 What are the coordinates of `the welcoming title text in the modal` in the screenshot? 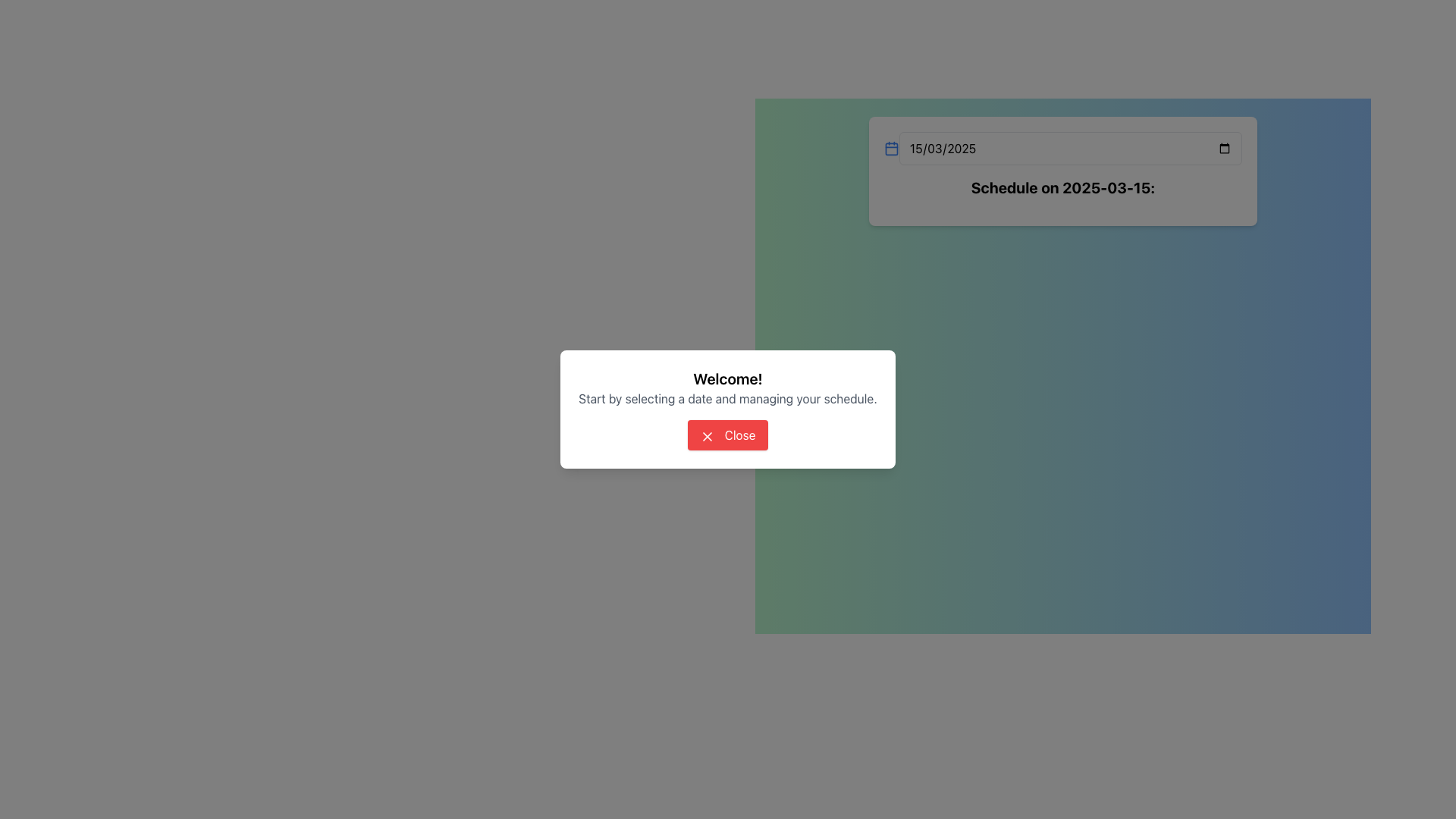 It's located at (728, 378).